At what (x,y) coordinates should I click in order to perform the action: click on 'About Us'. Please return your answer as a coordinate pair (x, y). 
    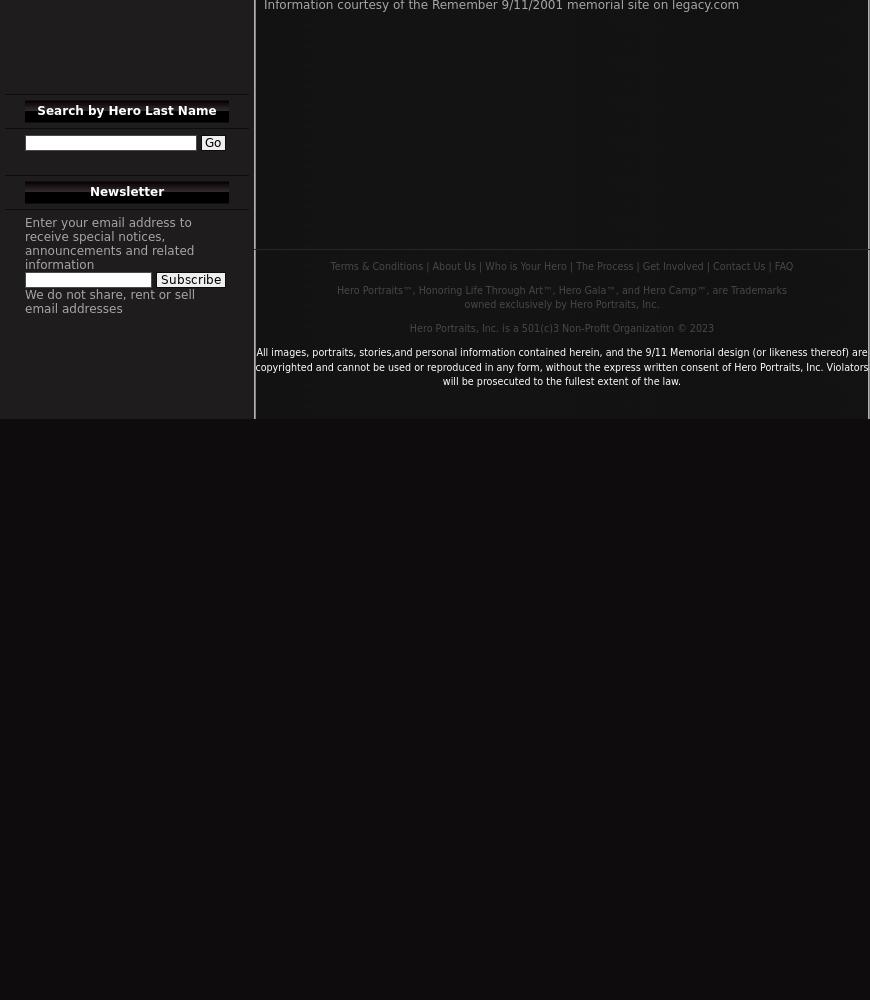
    Looking at the image, I should click on (452, 265).